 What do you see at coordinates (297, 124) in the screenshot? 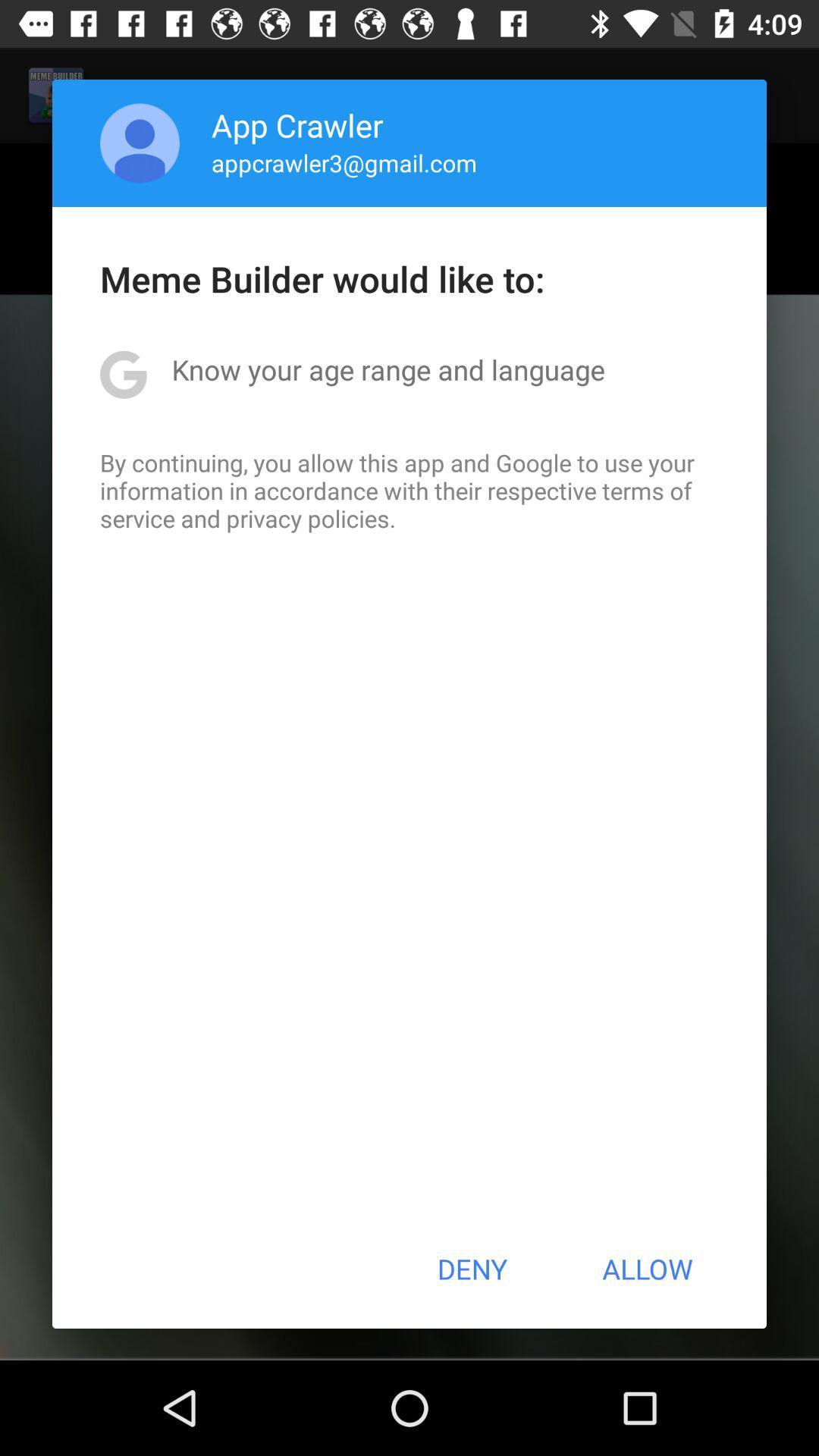
I see `the icon above the appcrawler3@gmail.com icon` at bounding box center [297, 124].